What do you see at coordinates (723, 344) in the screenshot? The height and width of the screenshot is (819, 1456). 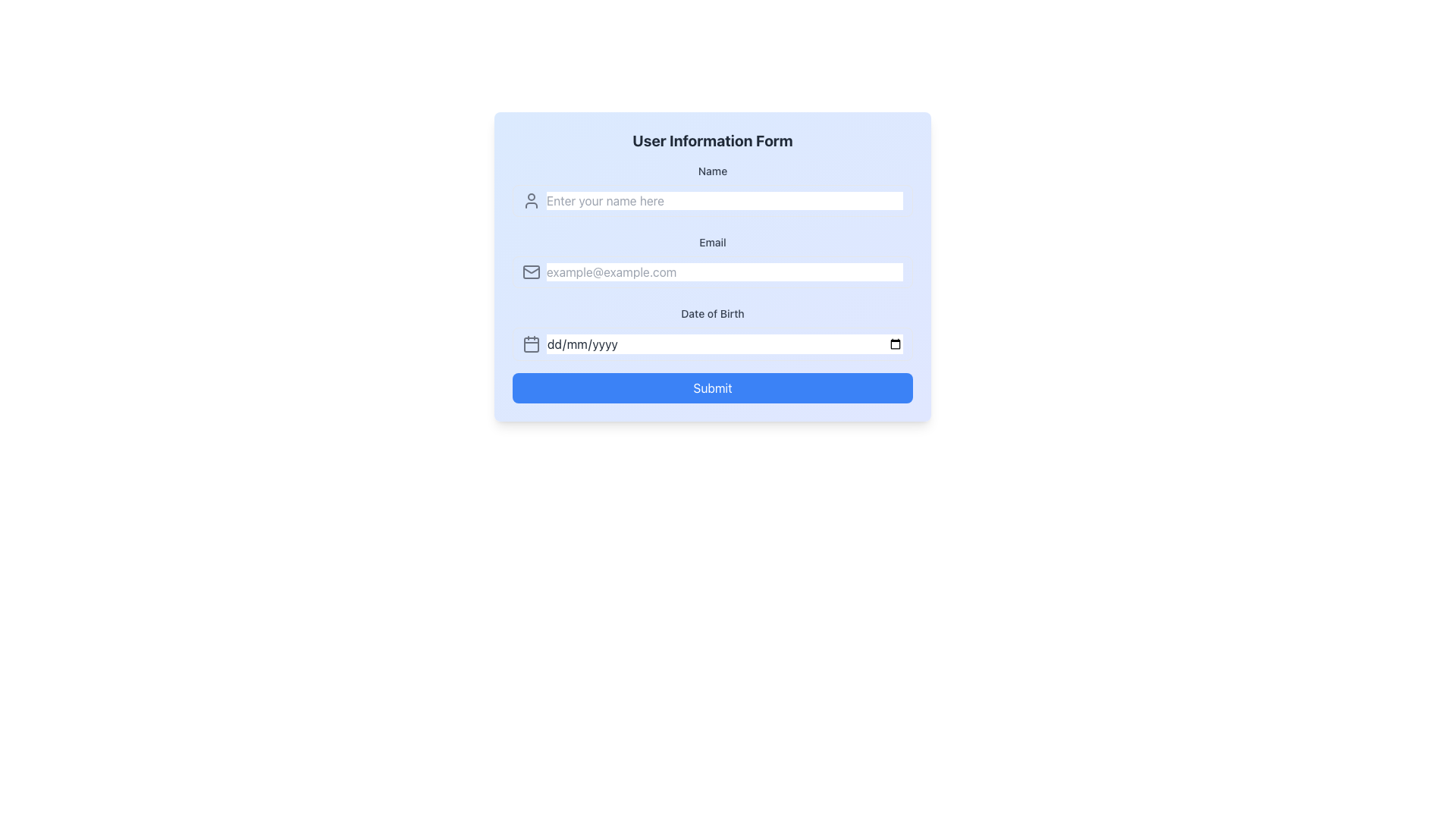 I see `the Date input field for entering the date of birth located within the 'Date of Birth' section of the form` at bounding box center [723, 344].